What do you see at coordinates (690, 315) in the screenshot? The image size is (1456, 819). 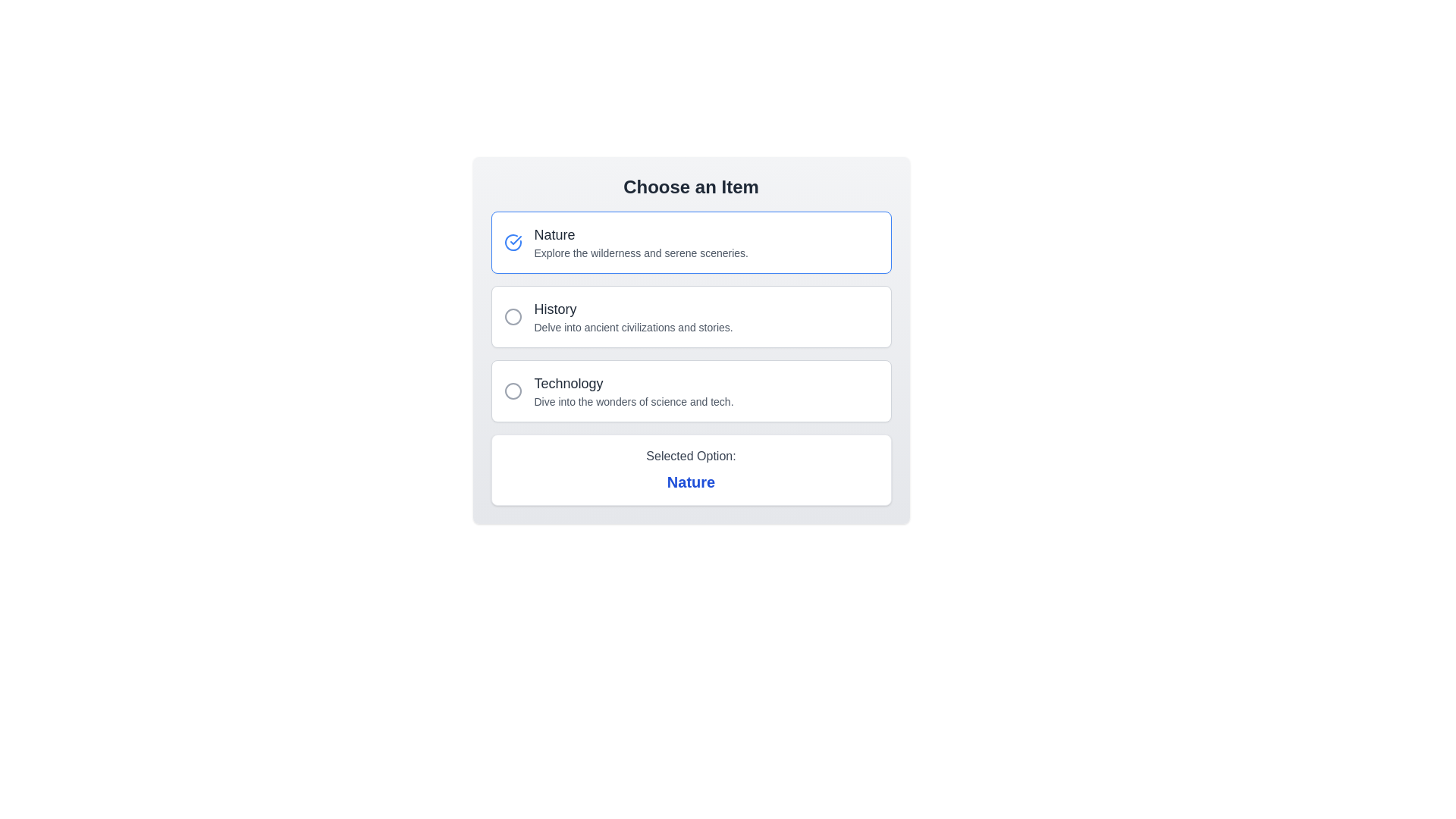 I see `the second selectable item in the vertically arranged Option Selector, located between 'Nature' and 'Technology'` at bounding box center [690, 315].